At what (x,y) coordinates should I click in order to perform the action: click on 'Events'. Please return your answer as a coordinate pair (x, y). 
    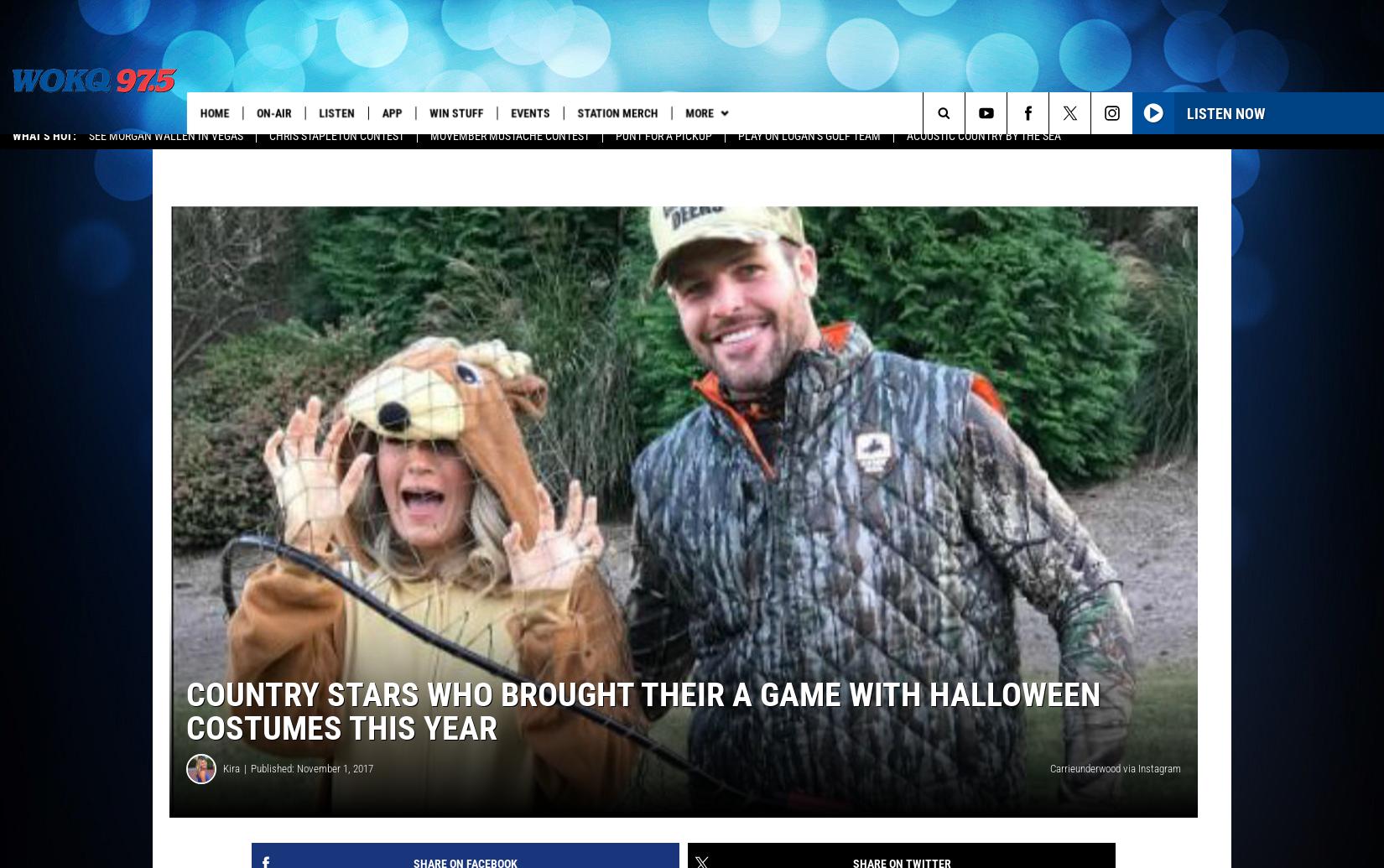
    Looking at the image, I should click on (535, 112).